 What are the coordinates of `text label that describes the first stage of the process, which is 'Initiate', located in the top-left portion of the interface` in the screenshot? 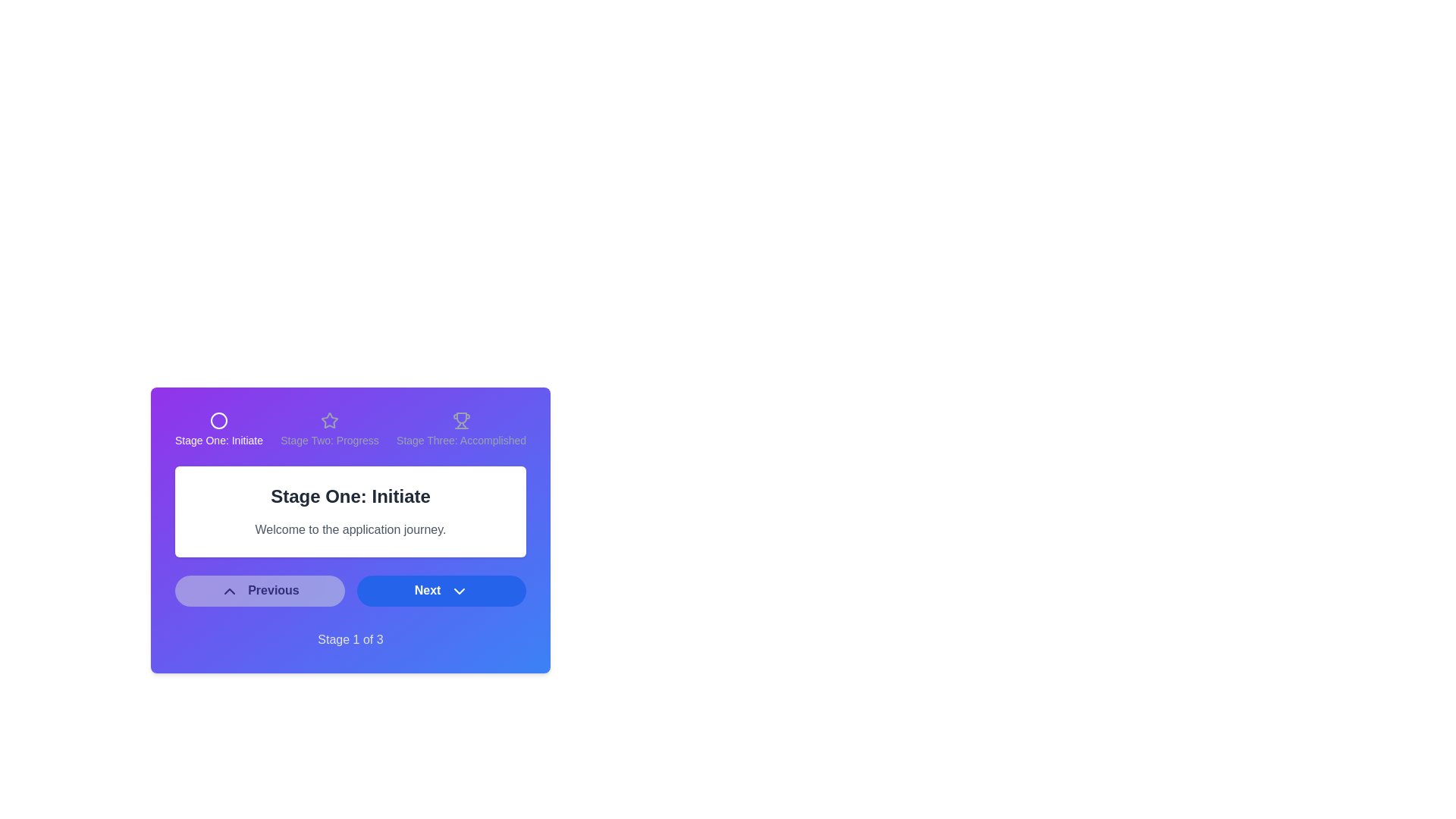 It's located at (218, 441).